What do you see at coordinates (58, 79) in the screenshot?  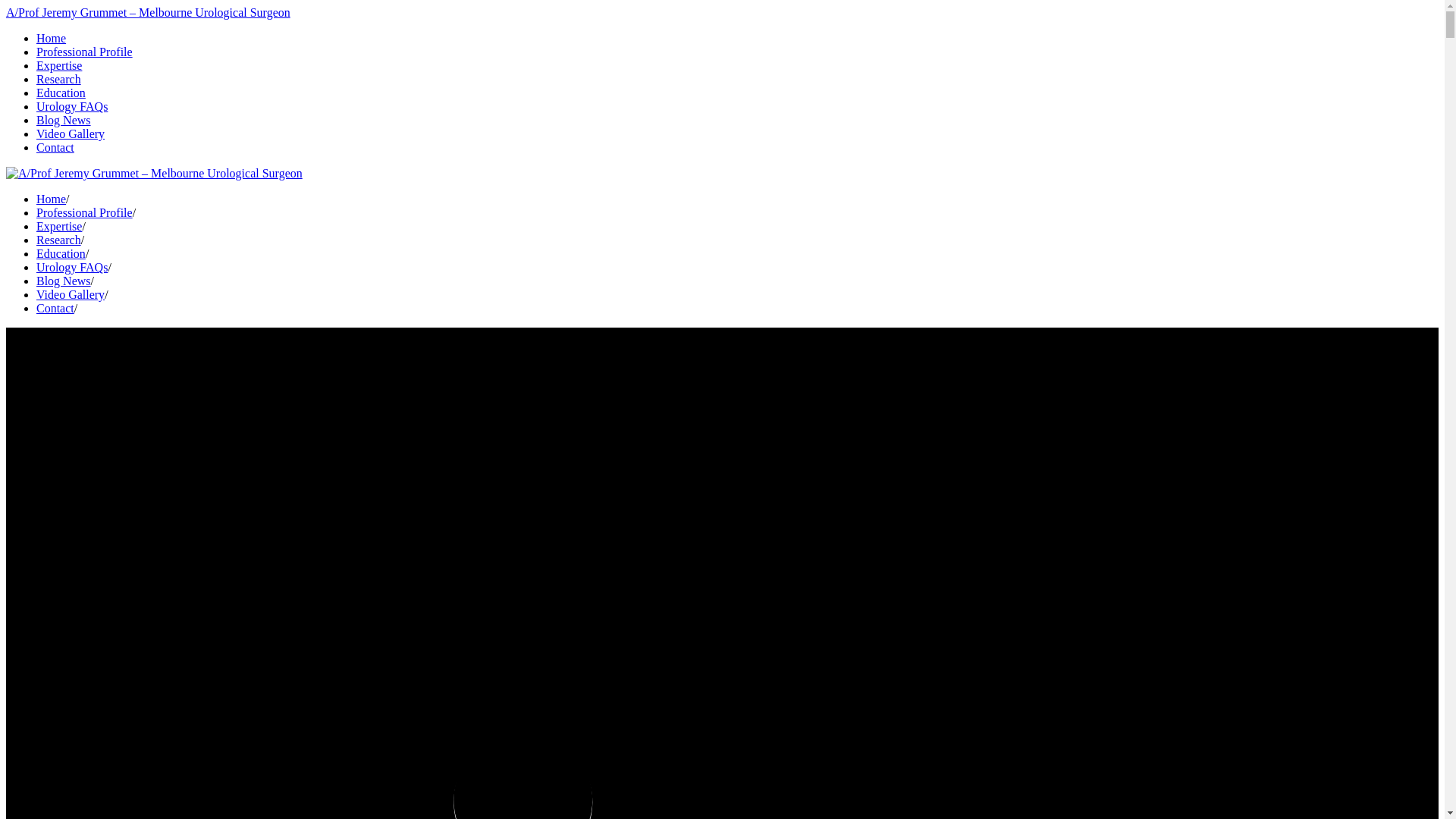 I see `'Research'` at bounding box center [58, 79].